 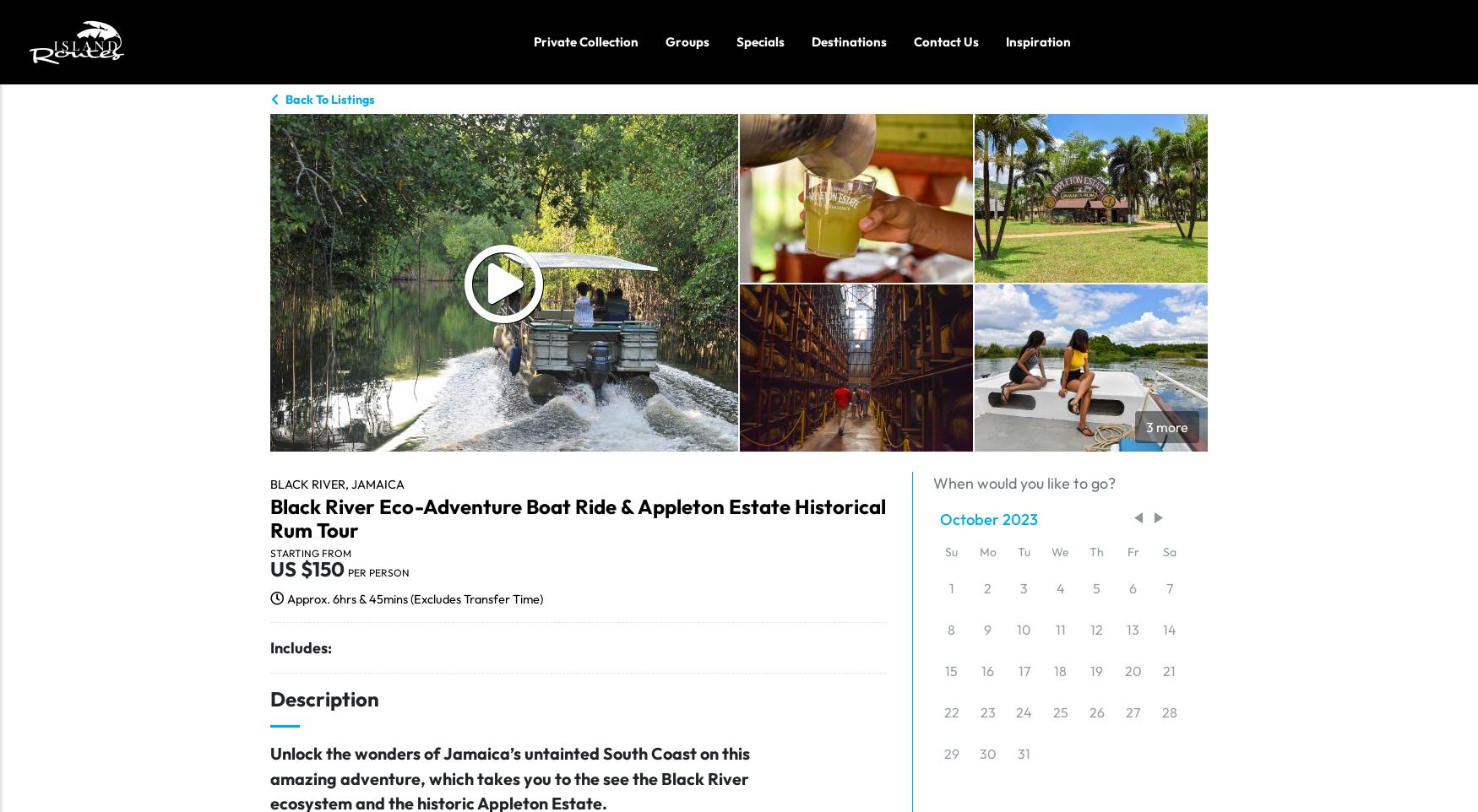 What do you see at coordinates (986, 669) in the screenshot?
I see `'16'` at bounding box center [986, 669].